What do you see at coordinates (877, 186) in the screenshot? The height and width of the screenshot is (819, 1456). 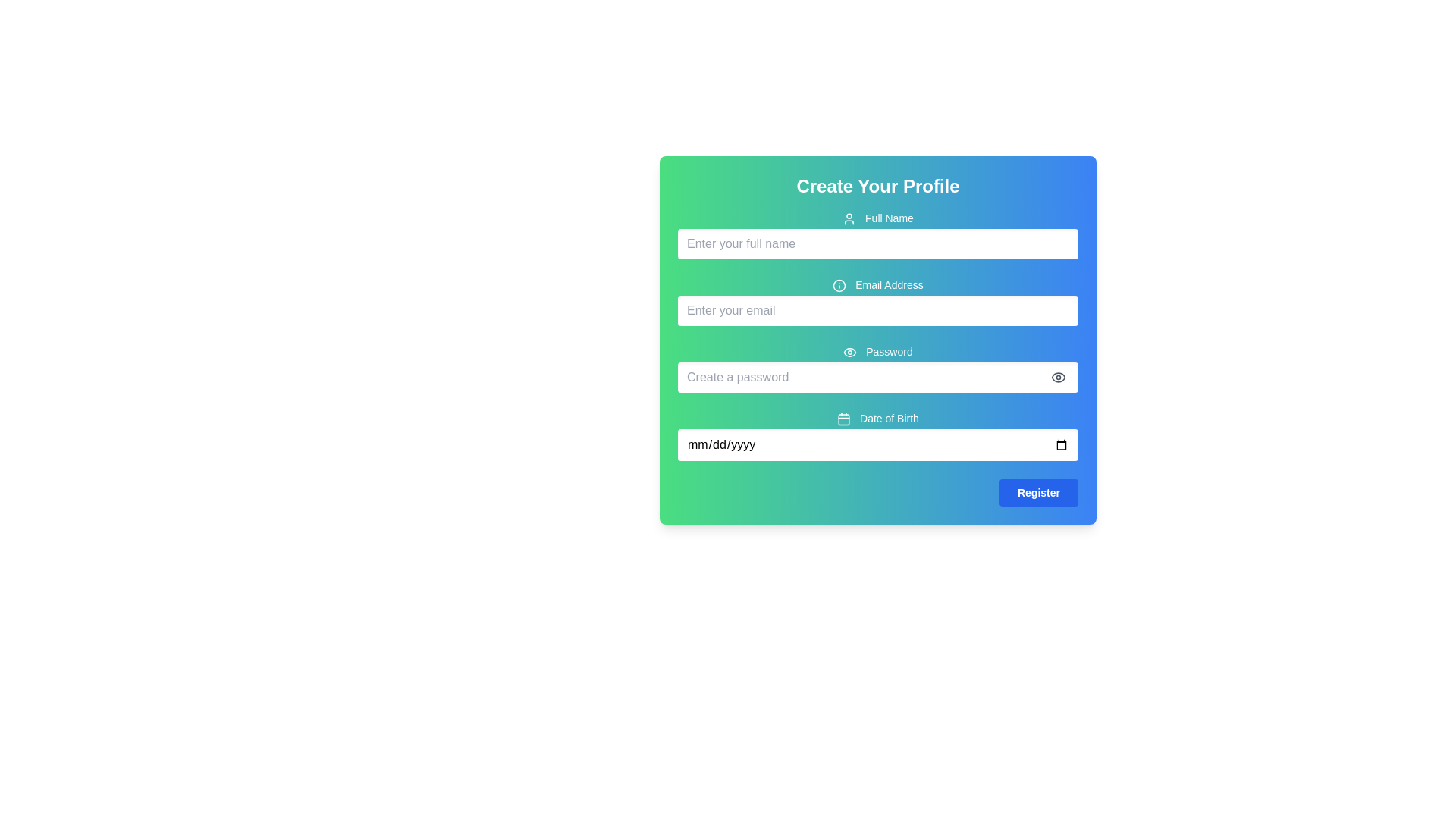 I see `the text label displaying 'Create Your Profile' which is styled in white text on a gradient background, positioned centrally at the top of the section` at bounding box center [877, 186].